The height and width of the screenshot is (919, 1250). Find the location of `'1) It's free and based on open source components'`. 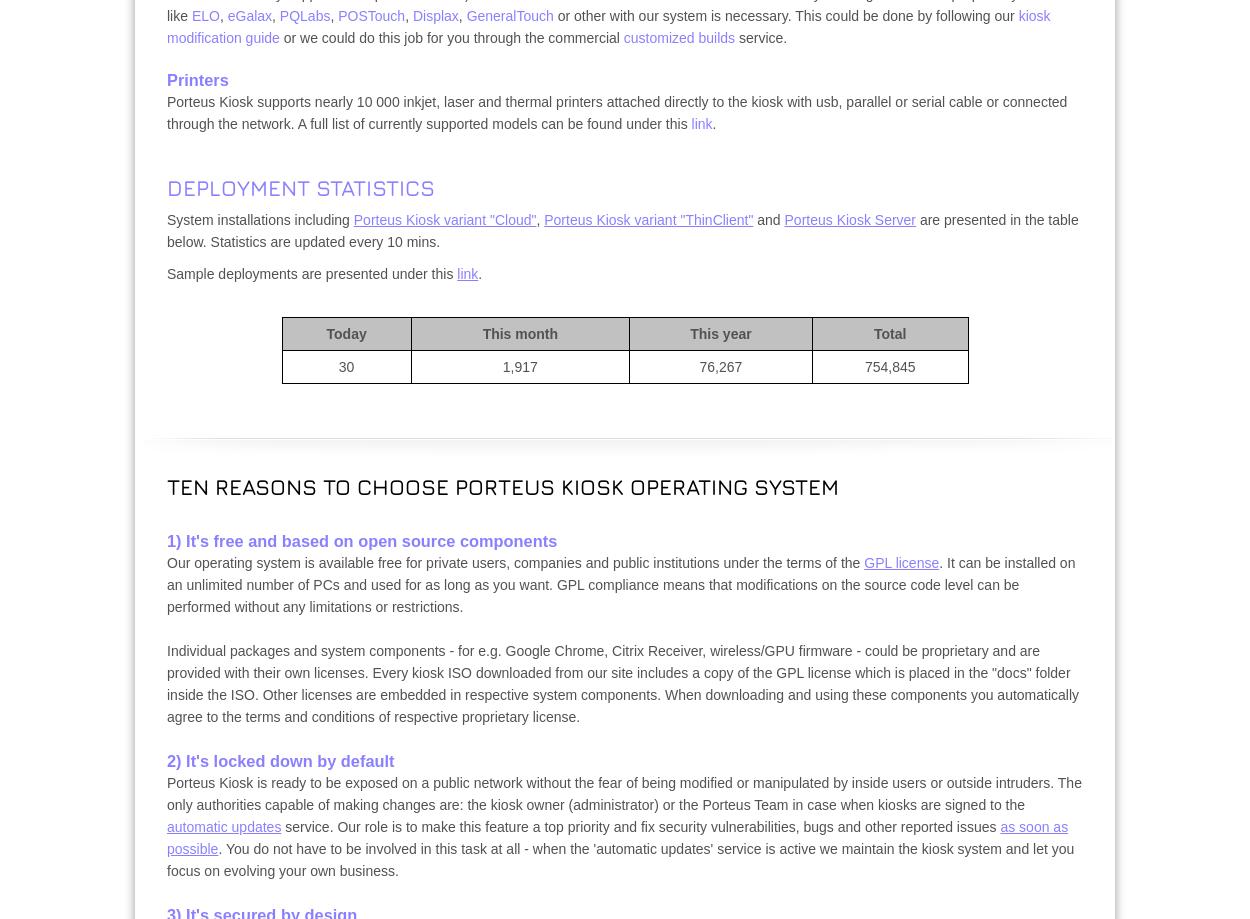

'1) It's free and based on open source components' is located at coordinates (361, 540).